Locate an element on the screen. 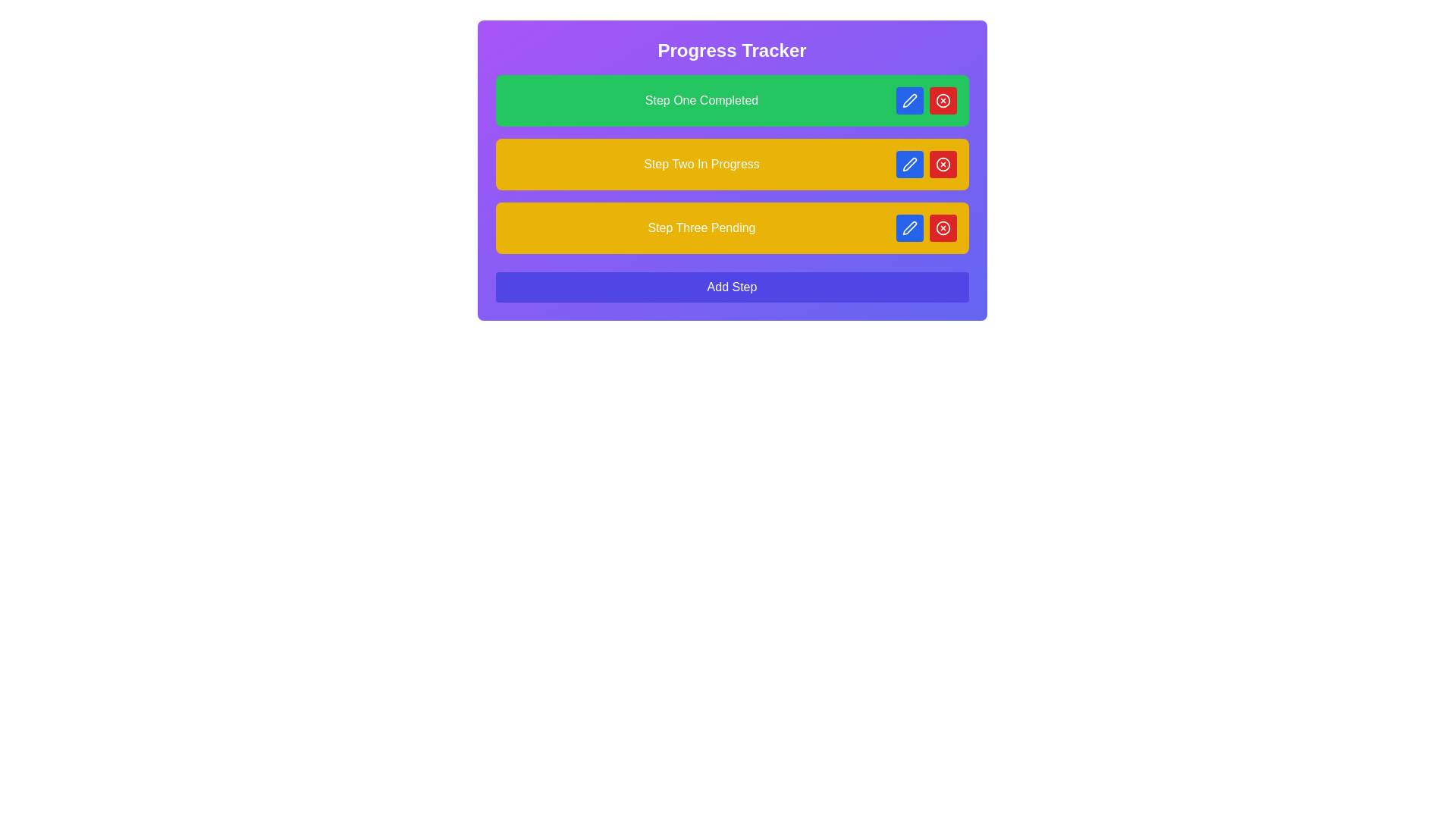  the blue edit button, which is part of a group of interactive buttons for editing and deleting, located on the right side of the 'Step Three Pending' yellow bar in the Progress Tracker list is located at coordinates (925, 227).